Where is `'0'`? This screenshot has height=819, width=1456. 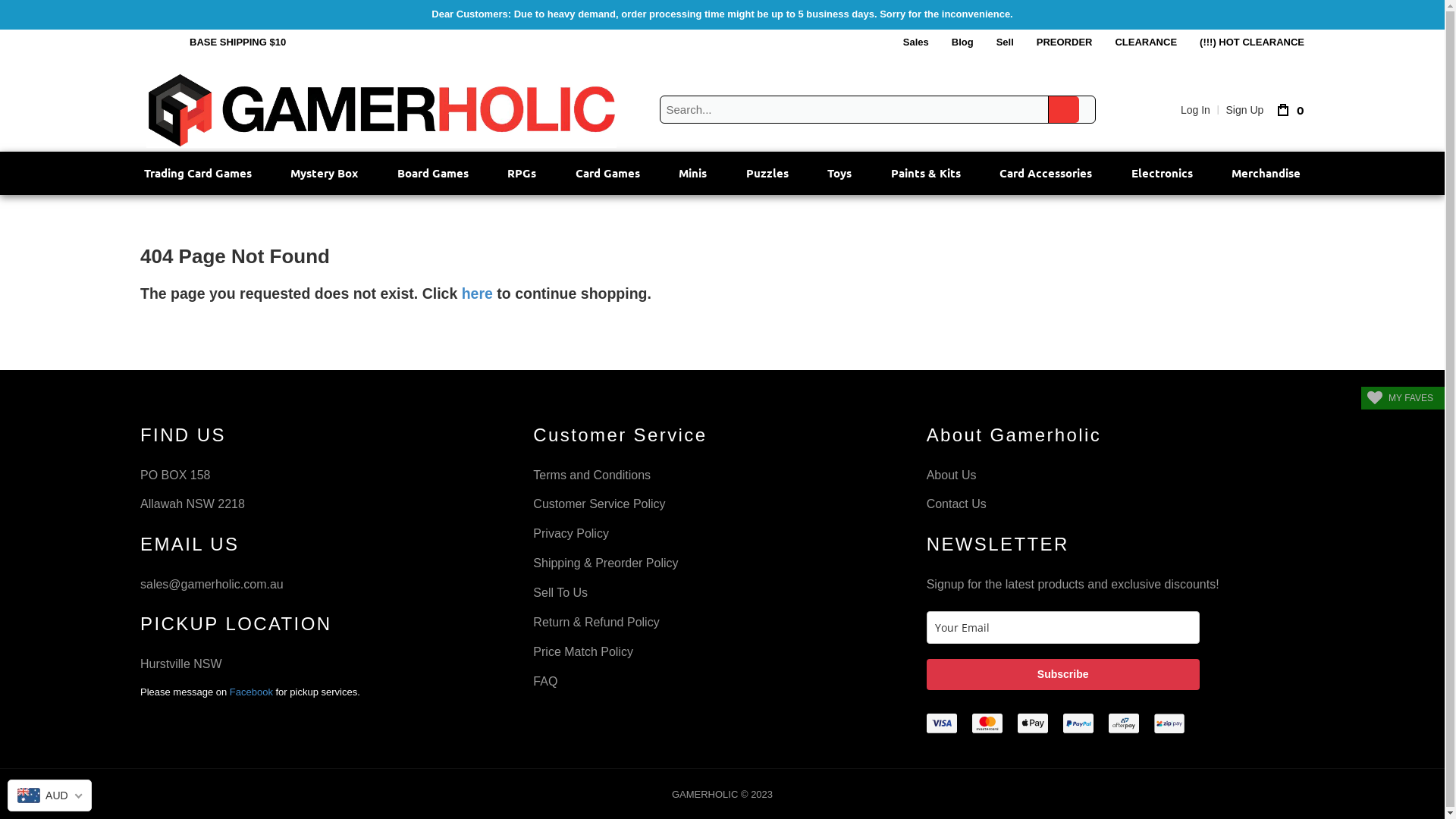 '0' is located at coordinates (1274, 108).